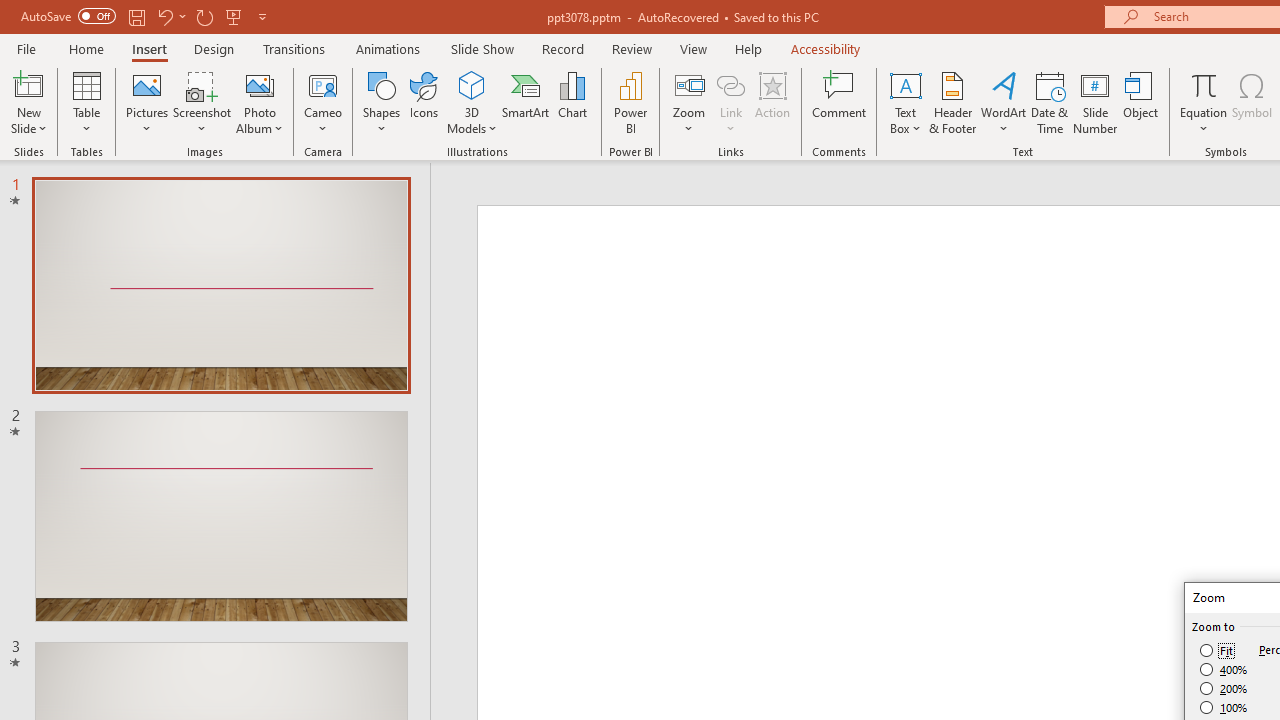 Image resolution: width=1280 pixels, height=720 pixels. Describe the element at coordinates (1223, 706) in the screenshot. I see `'100%'` at that location.